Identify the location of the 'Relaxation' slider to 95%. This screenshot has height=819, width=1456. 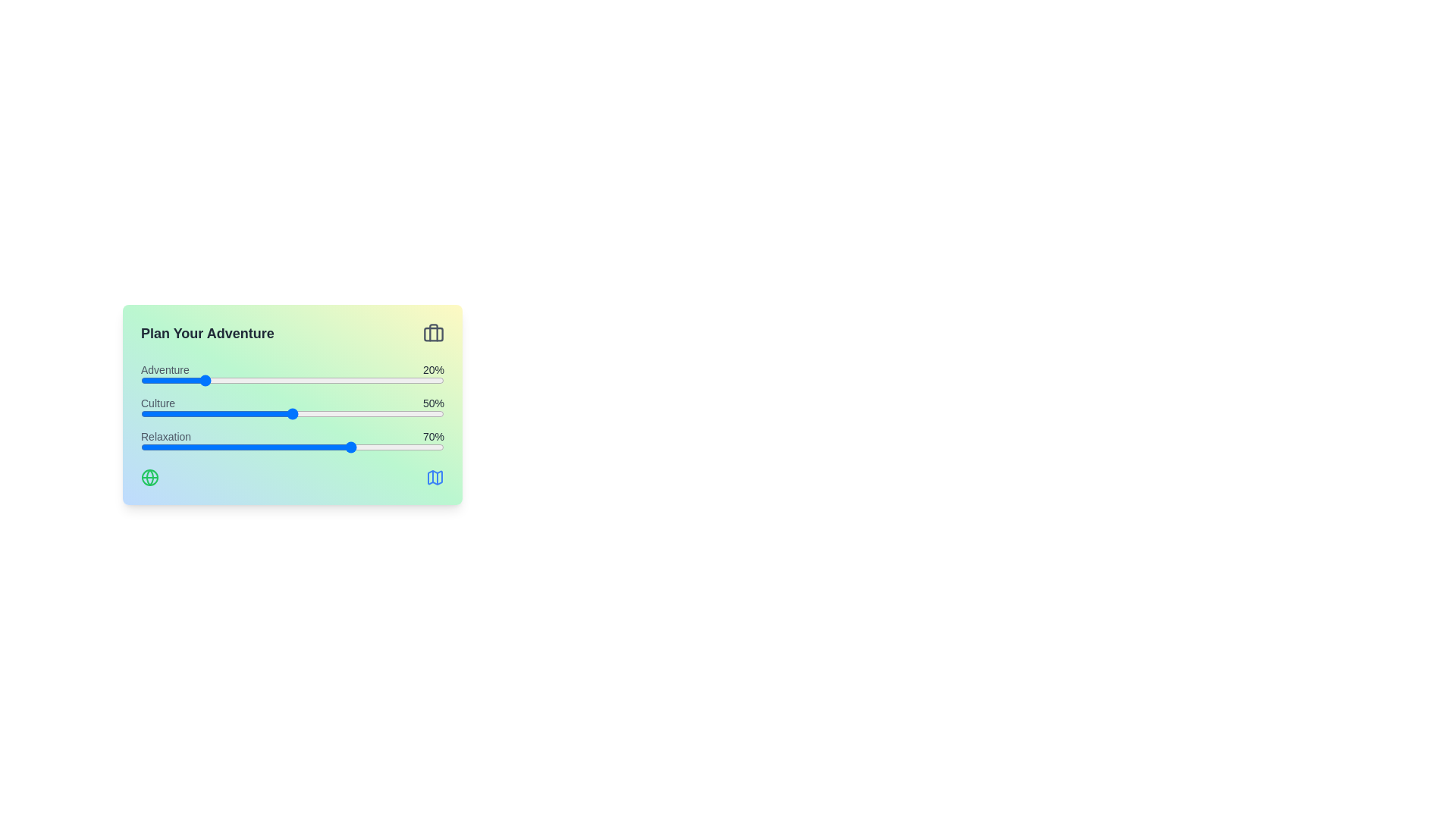
(428, 447).